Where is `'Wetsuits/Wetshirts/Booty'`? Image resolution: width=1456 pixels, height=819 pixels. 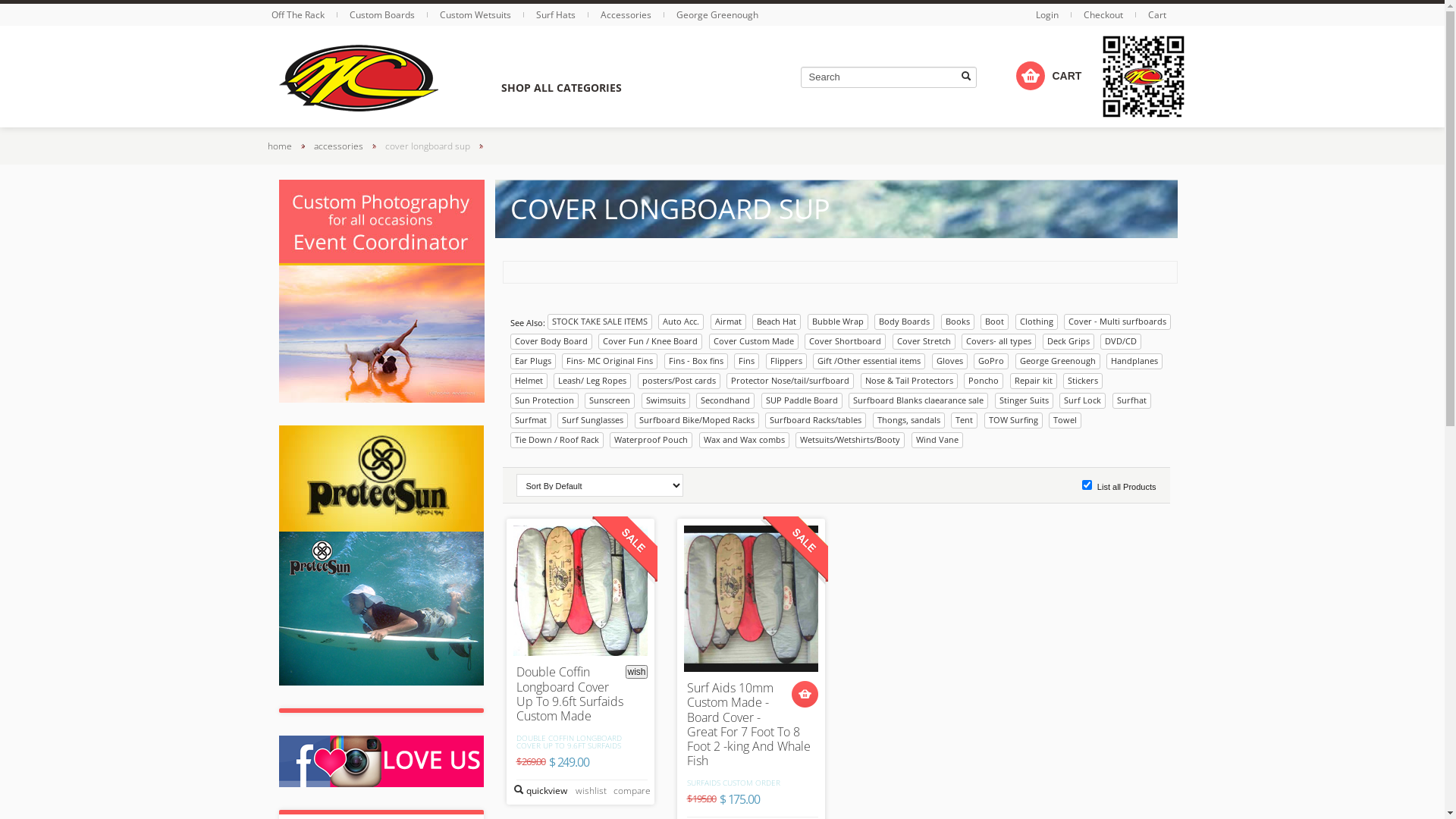
'Wetsuits/Wetshirts/Booty' is located at coordinates (850, 440).